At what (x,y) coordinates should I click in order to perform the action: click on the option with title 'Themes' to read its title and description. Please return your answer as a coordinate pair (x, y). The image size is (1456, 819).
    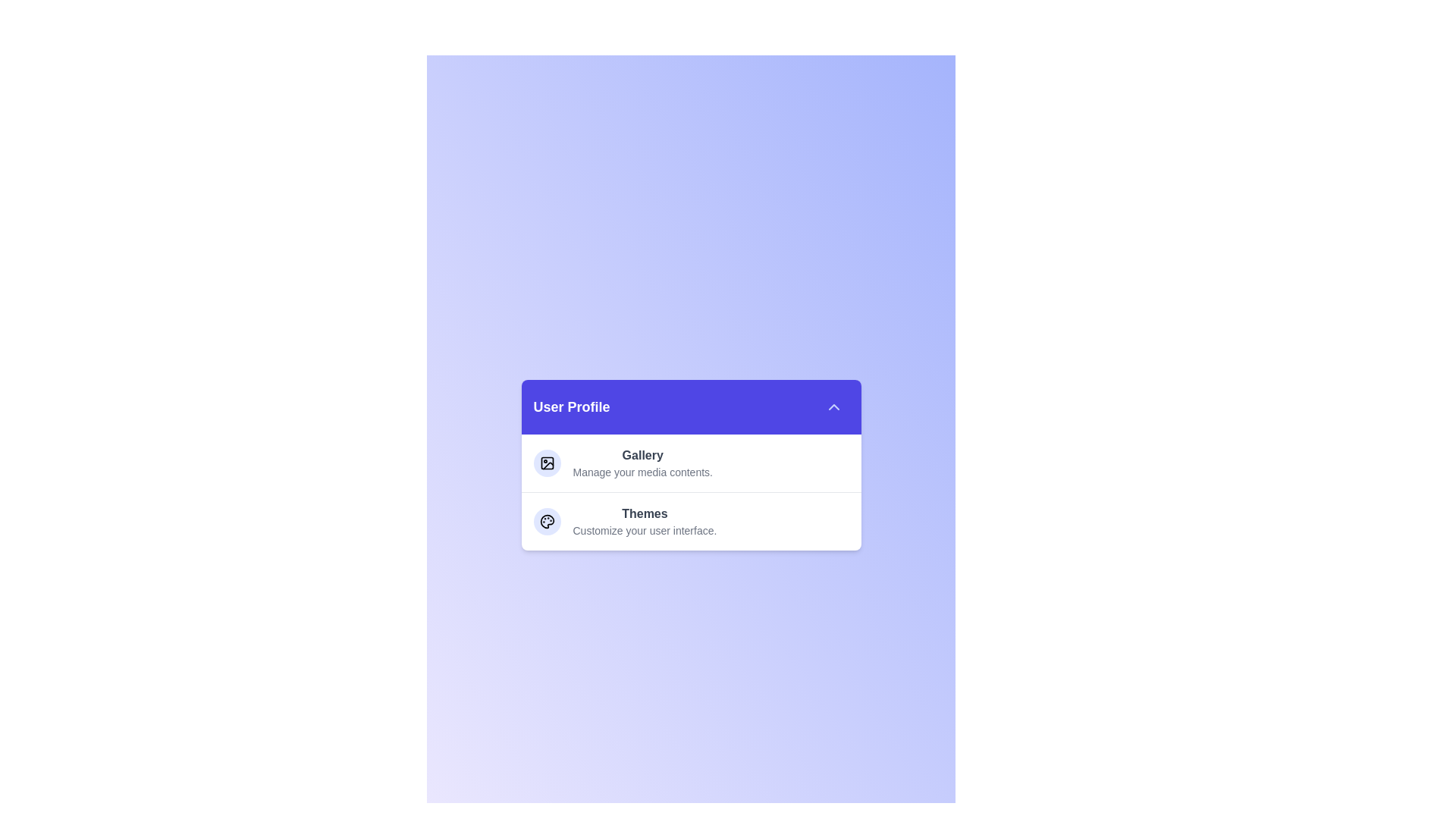
    Looking at the image, I should click on (690, 519).